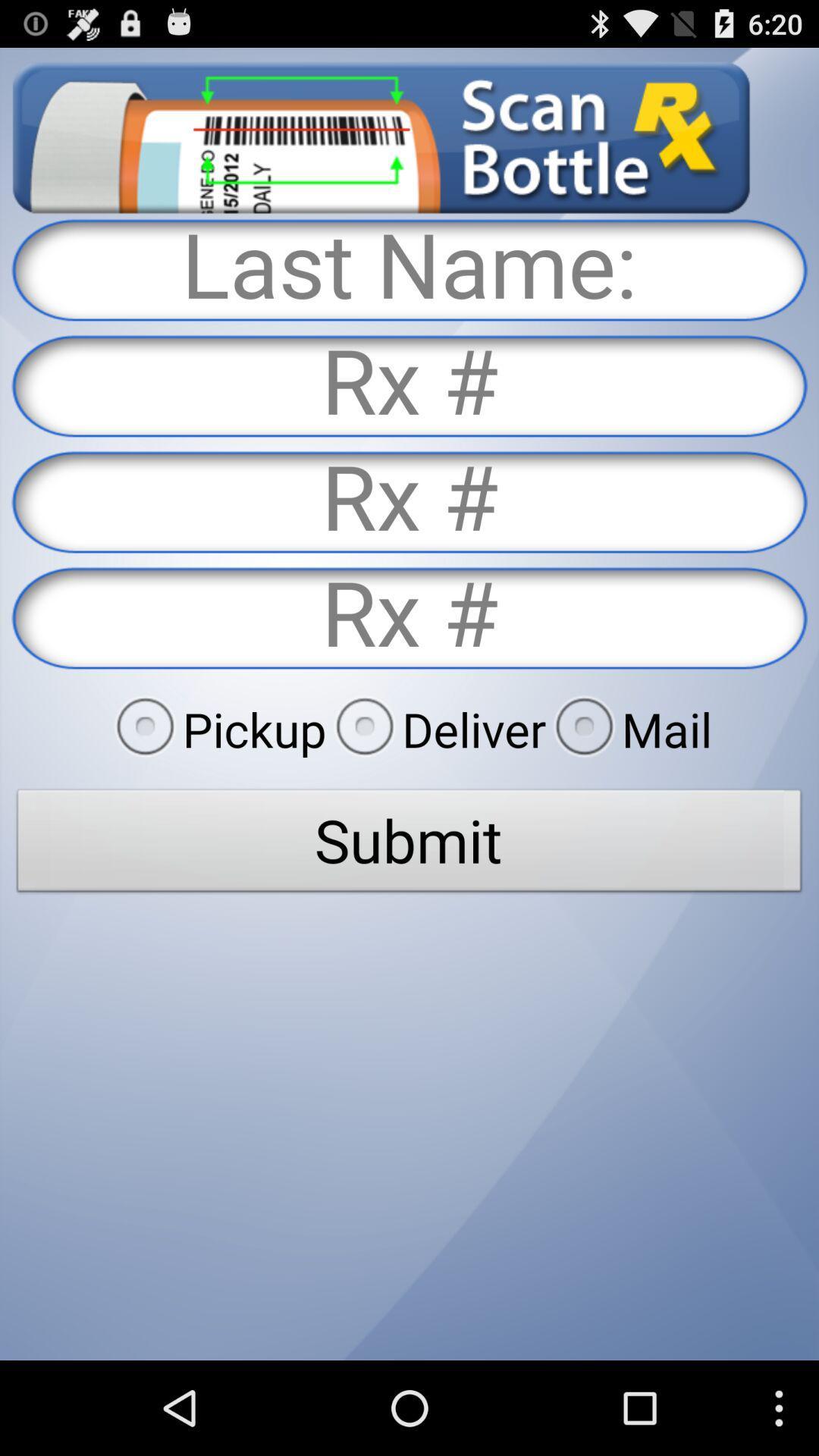  Describe the element at coordinates (436, 729) in the screenshot. I see `deliver` at that location.